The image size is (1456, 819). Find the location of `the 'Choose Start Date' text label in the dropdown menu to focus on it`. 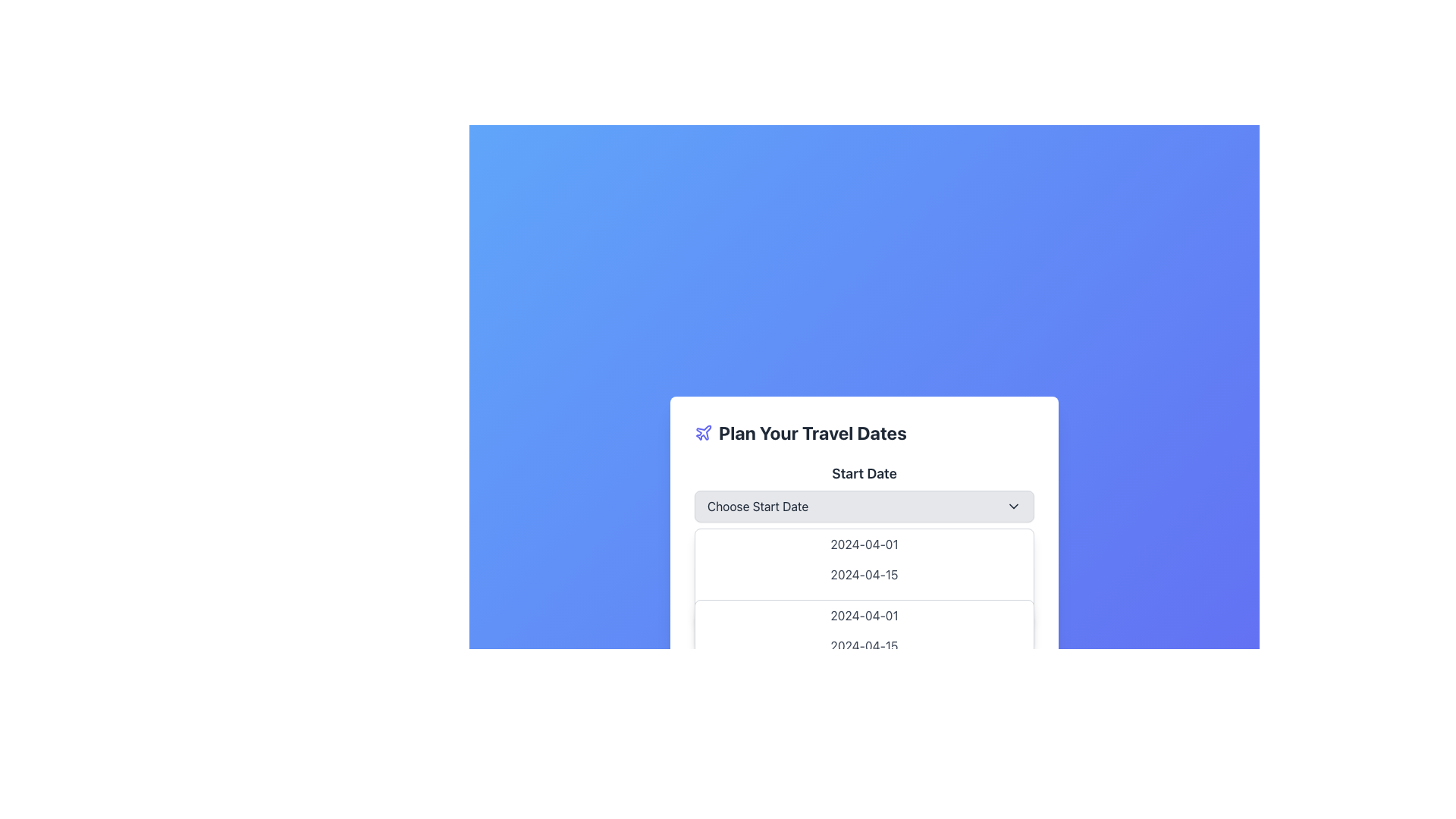

the 'Choose Start Date' text label in the dropdown menu to focus on it is located at coordinates (758, 506).